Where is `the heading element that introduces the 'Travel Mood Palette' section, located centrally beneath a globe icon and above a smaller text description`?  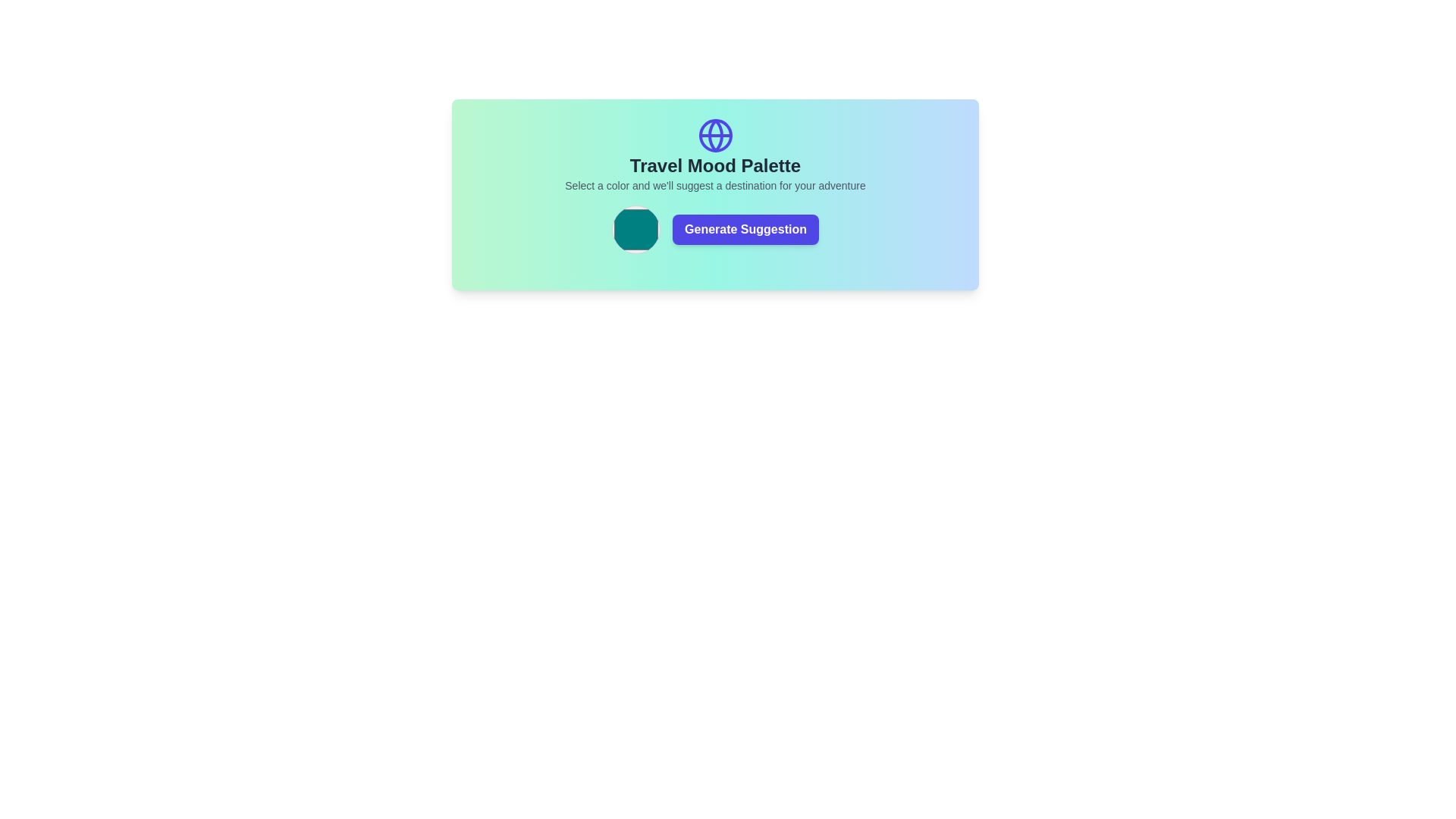
the heading element that introduces the 'Travel Mood Palette' section, located centrally beneath a globe icon and above a smaller text description is located at coordinates (714, 166).